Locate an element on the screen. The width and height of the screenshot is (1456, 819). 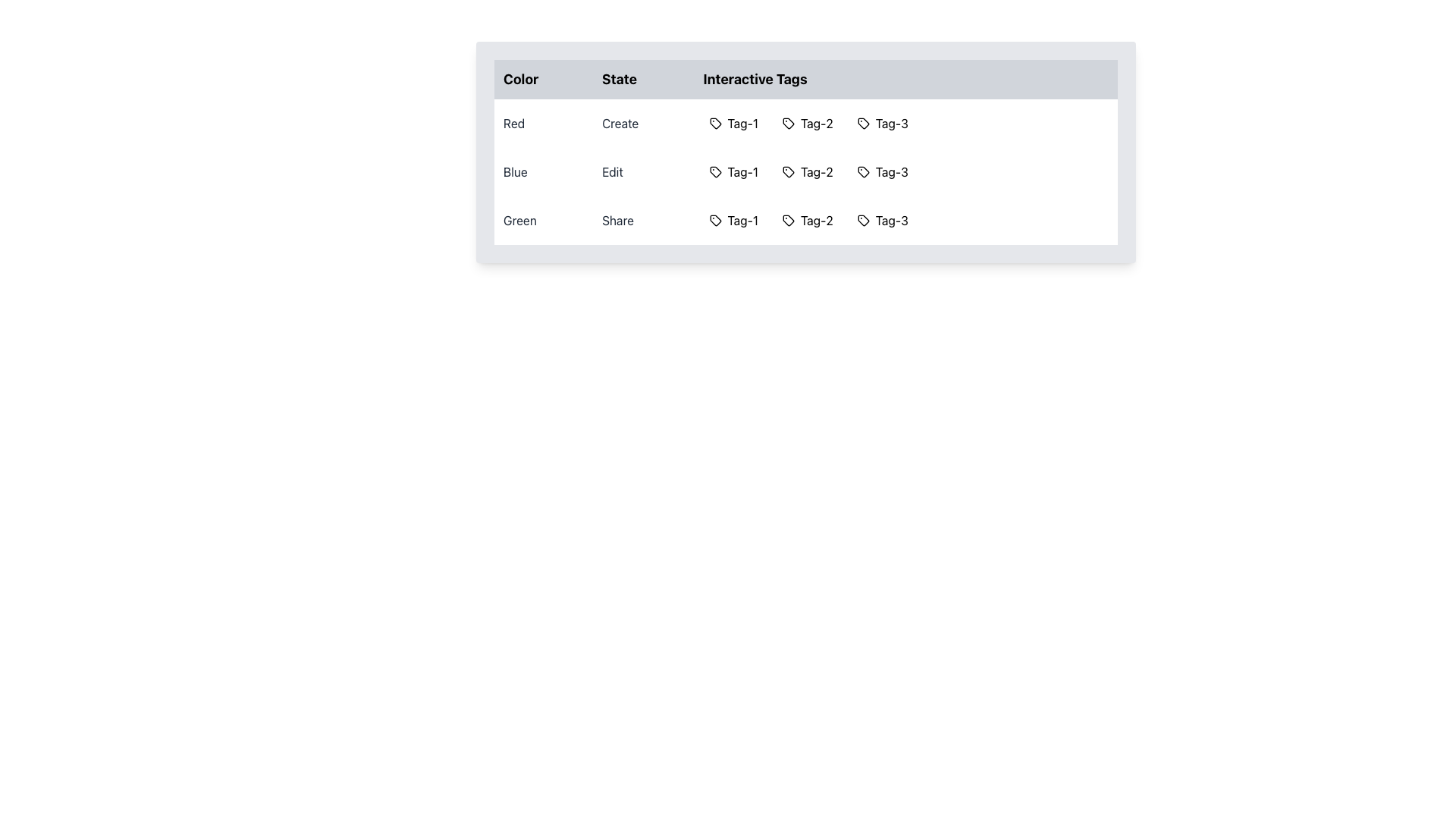
the 'Tag-1' text label located within a button in the first row of the 'Interactive Tags' column of the table to interact with the tag or trigger associated actions is located at coordinates (742, 122).